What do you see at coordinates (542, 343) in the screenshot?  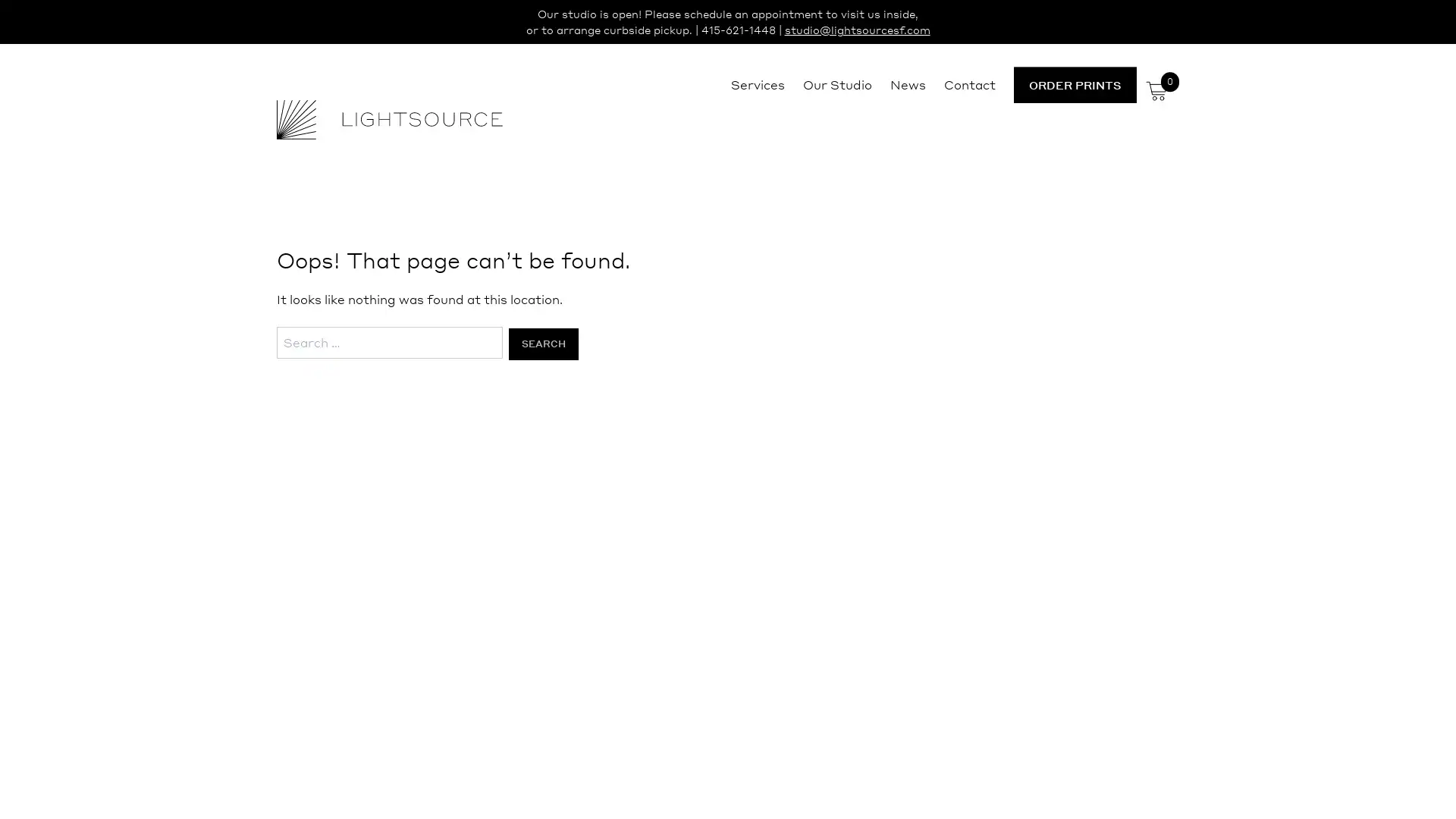 I see `Search` at bounding box center [542, 343].